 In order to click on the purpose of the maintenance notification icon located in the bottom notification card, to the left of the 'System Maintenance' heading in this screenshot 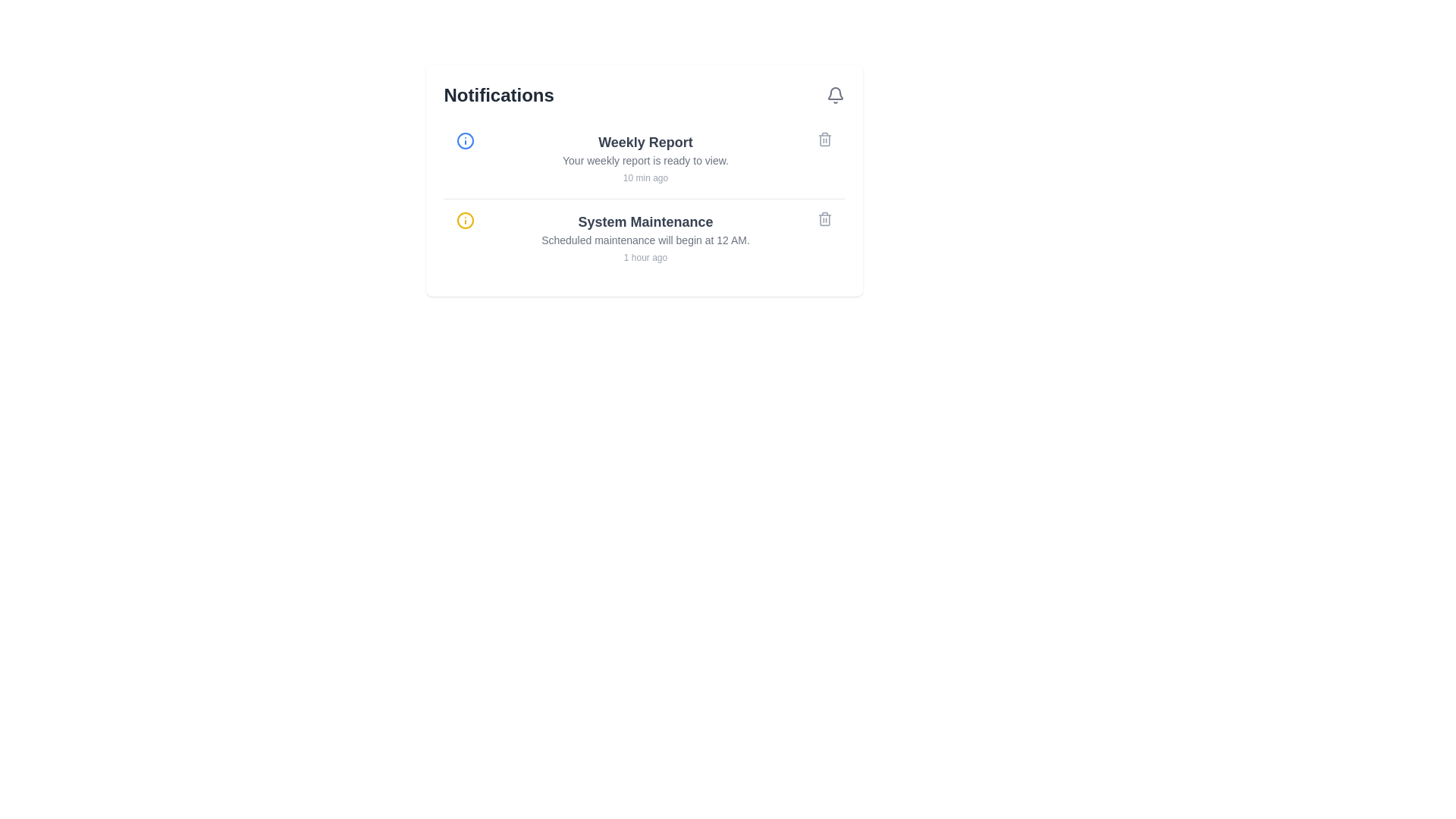, I will do `click(464, 220)`.